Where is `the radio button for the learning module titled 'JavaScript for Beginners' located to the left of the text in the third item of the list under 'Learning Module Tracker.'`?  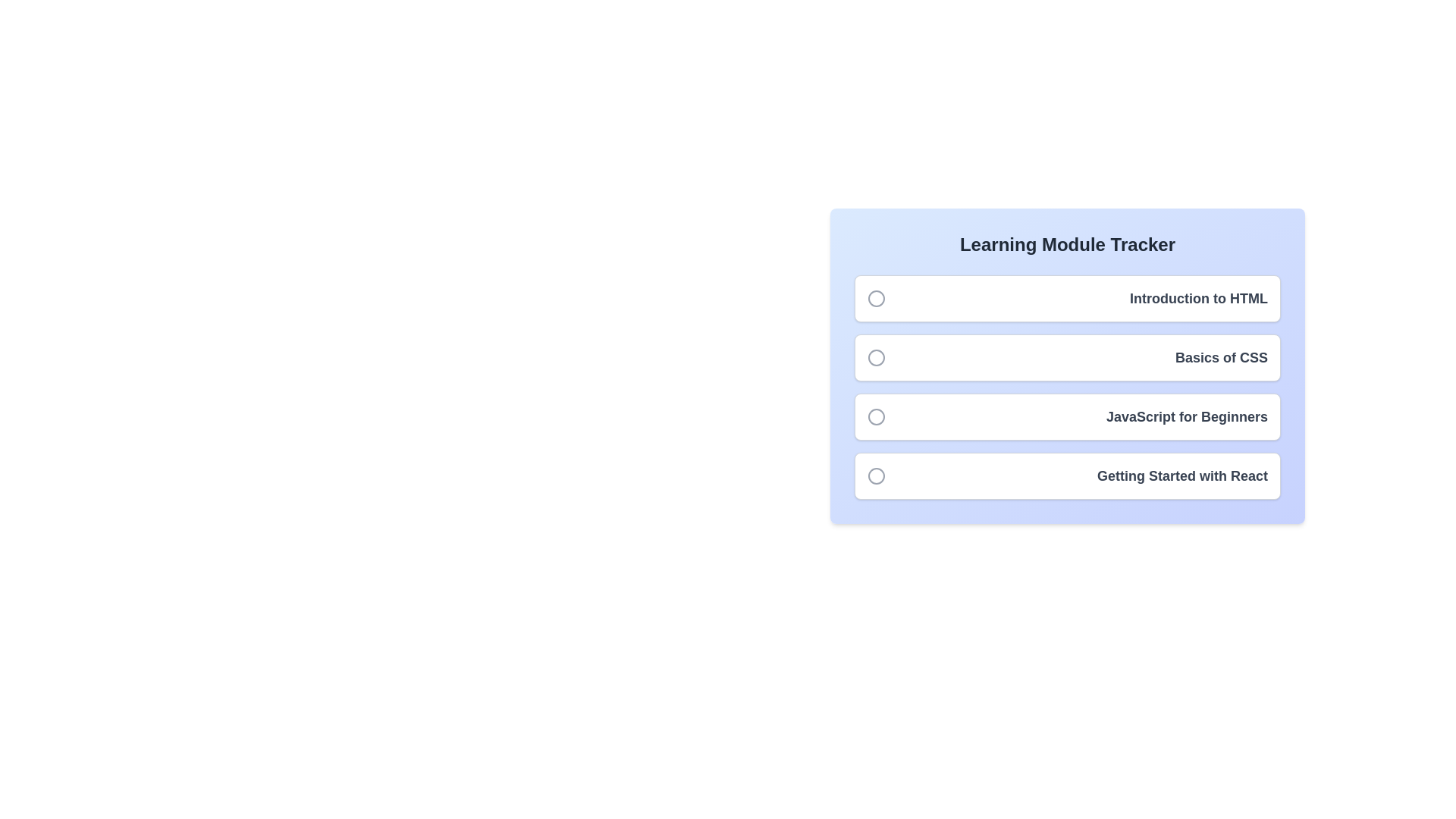 the radio button for the learning module titled 'JavaScript for Beginners' located to the left of the text in the third item of the list under 'Learning Module Tracker.' is located at coordinates (877, 417).